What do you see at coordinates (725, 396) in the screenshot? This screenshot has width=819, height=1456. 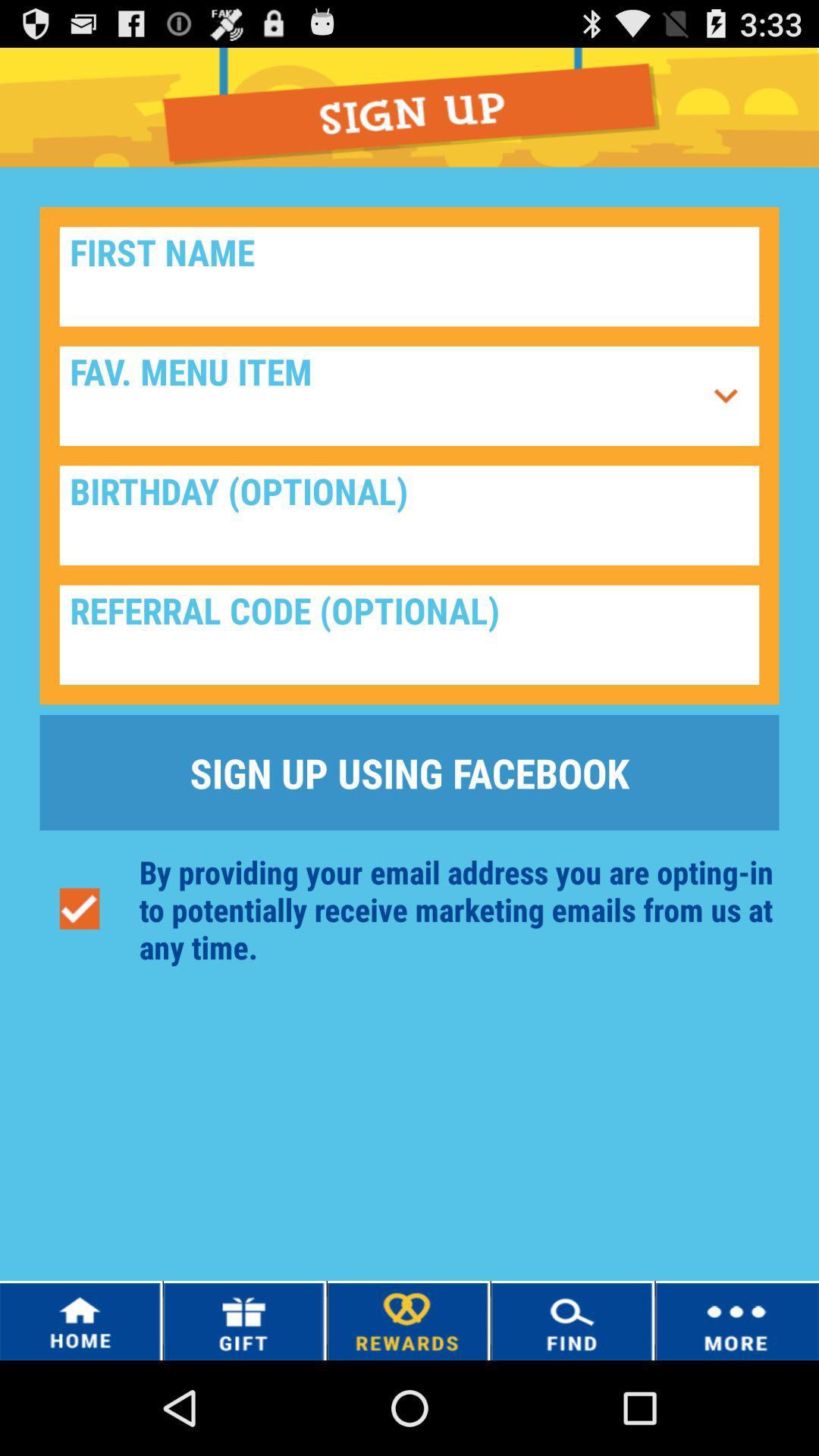 I see `allows the user to choose their favorite menu item` at bounding box center [725, 396].